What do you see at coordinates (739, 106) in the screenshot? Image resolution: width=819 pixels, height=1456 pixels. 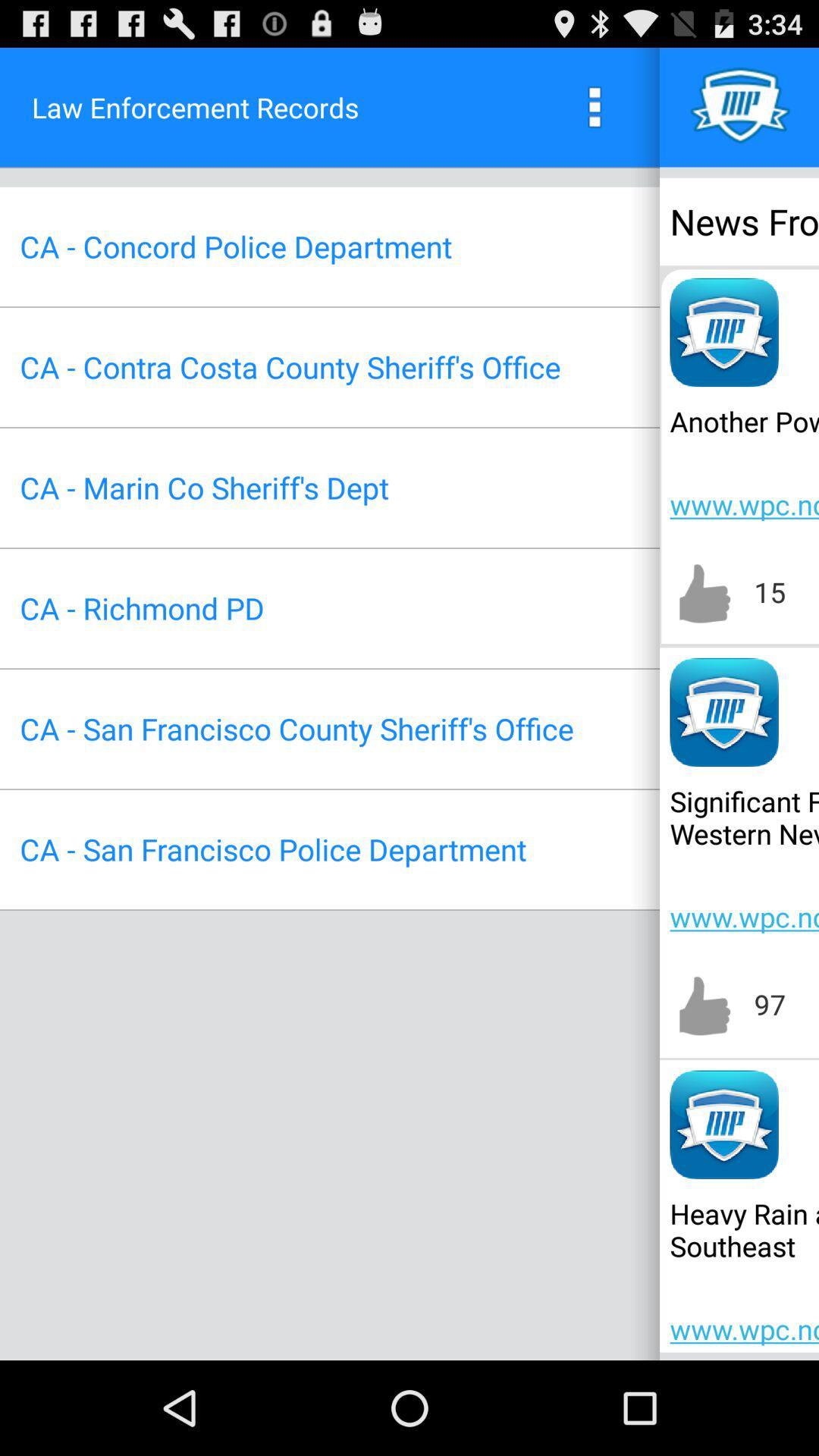 I see `icon above news from icon` at bounding box center [739, 106].